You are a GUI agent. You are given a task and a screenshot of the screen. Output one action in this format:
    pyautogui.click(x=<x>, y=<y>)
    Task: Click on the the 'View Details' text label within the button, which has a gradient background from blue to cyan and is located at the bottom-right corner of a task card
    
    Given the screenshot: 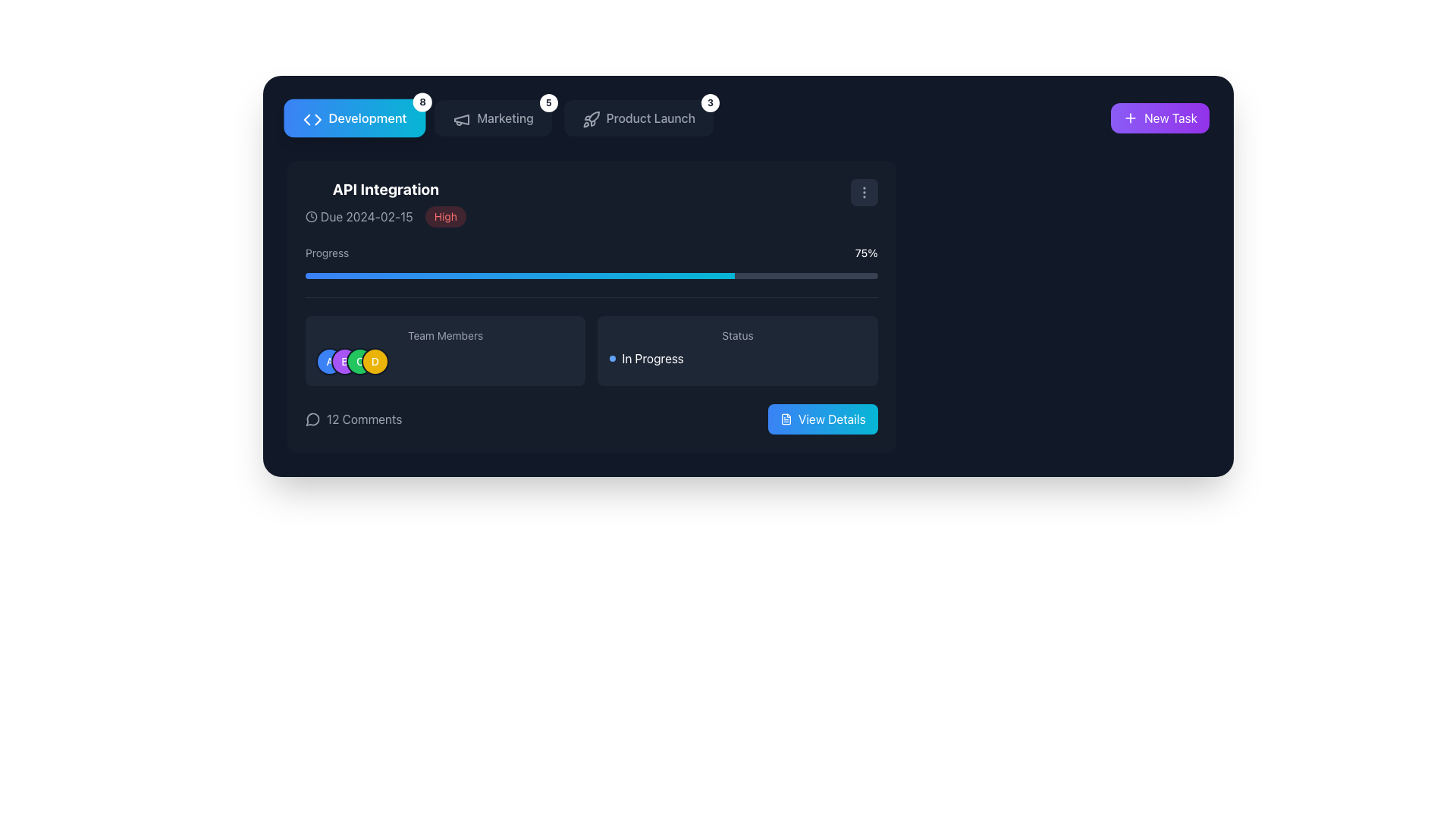 What is the action you would take?
    pyautogui.click(x=831, y=419)
    